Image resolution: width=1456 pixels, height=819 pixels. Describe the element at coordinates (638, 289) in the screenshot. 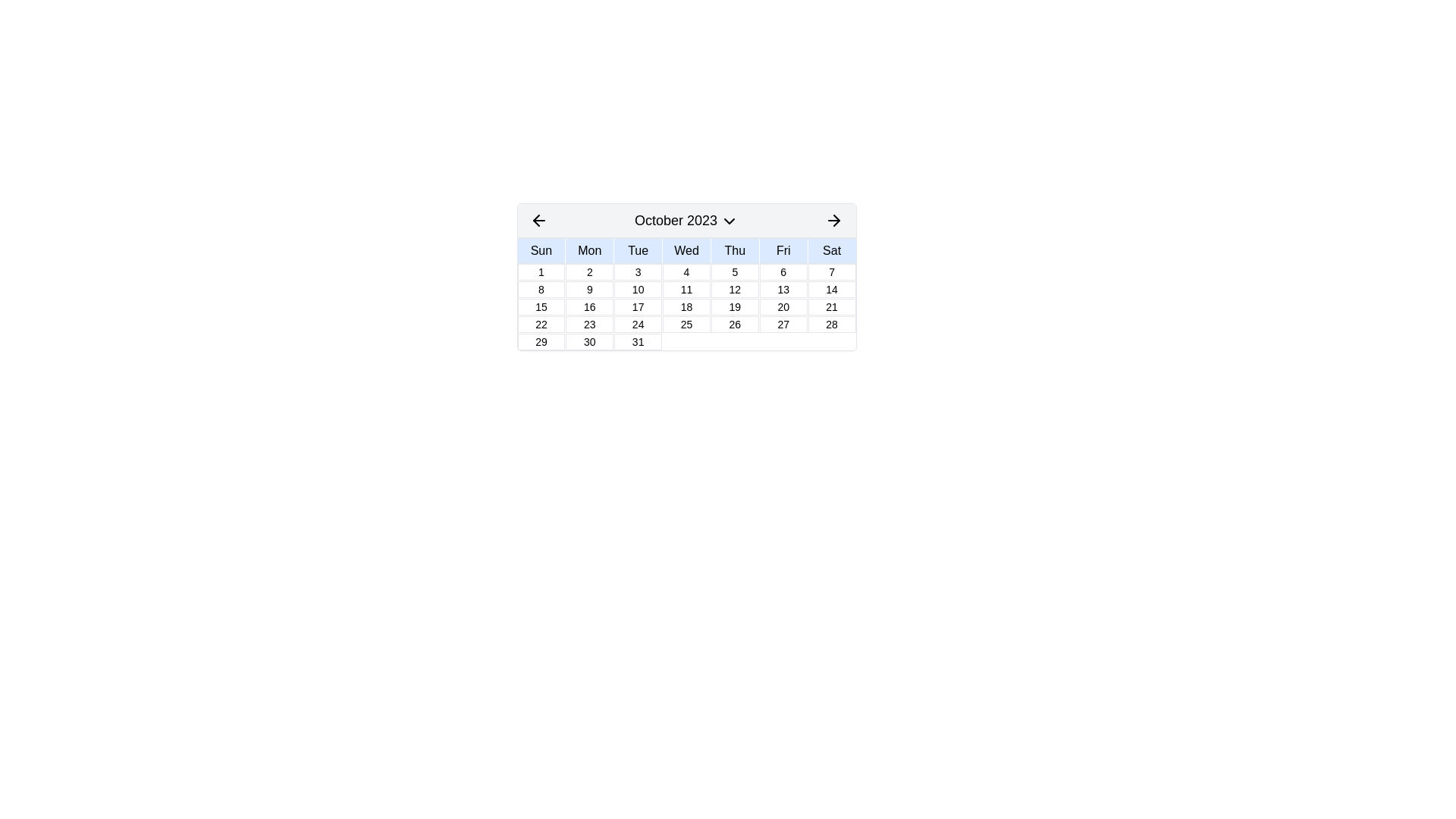

I see `the Text Label displaying the 10th day of the month in the calendar grid, located in the third column of the second row` at that location.